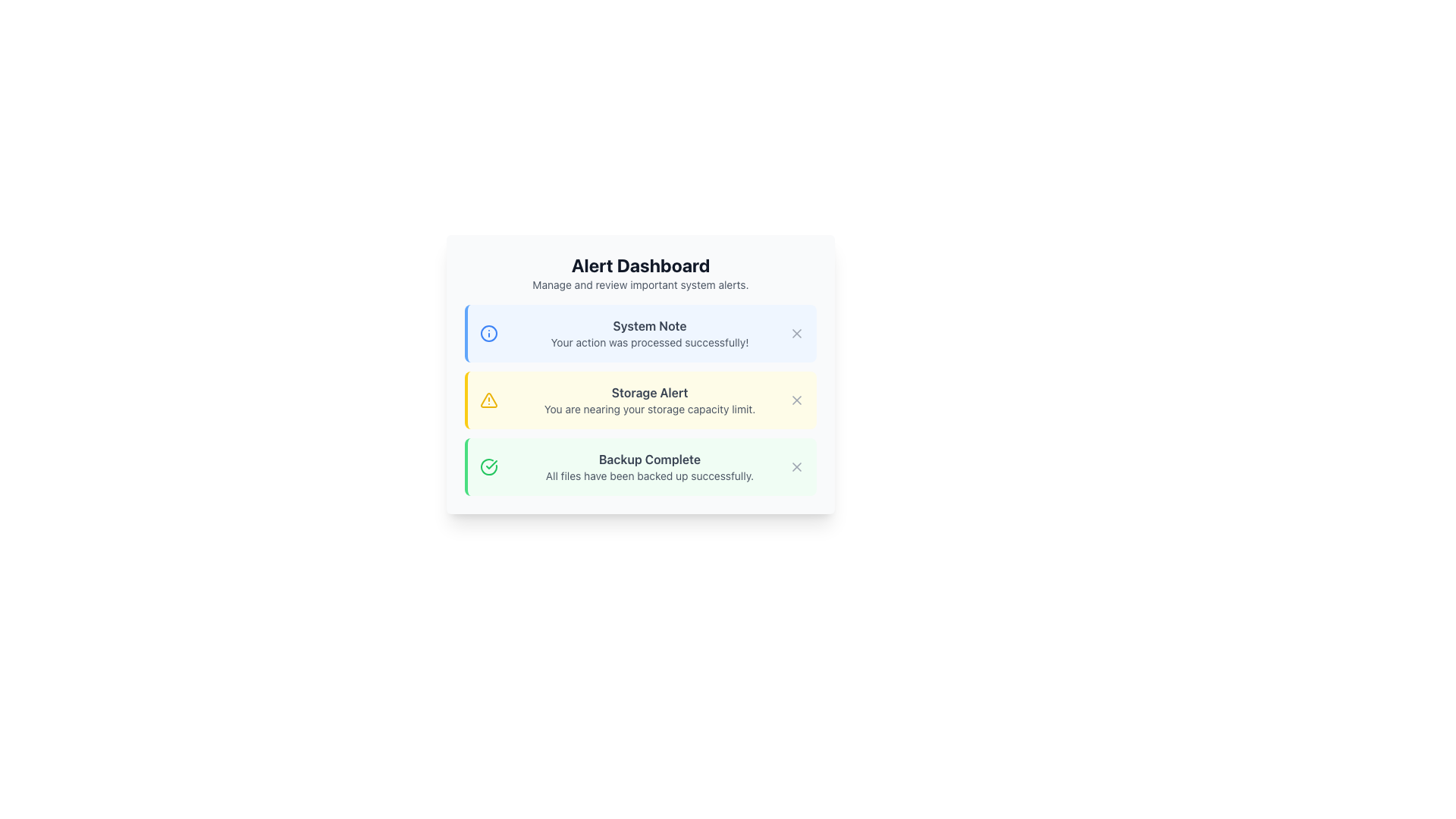  Describe the element at coordinates (488, 332) in the screenshot. I see `the informational note indicator icon located on the left-hand side of the 'System Note' alert row, which is styled with a bordered box and light blue background` at that location.